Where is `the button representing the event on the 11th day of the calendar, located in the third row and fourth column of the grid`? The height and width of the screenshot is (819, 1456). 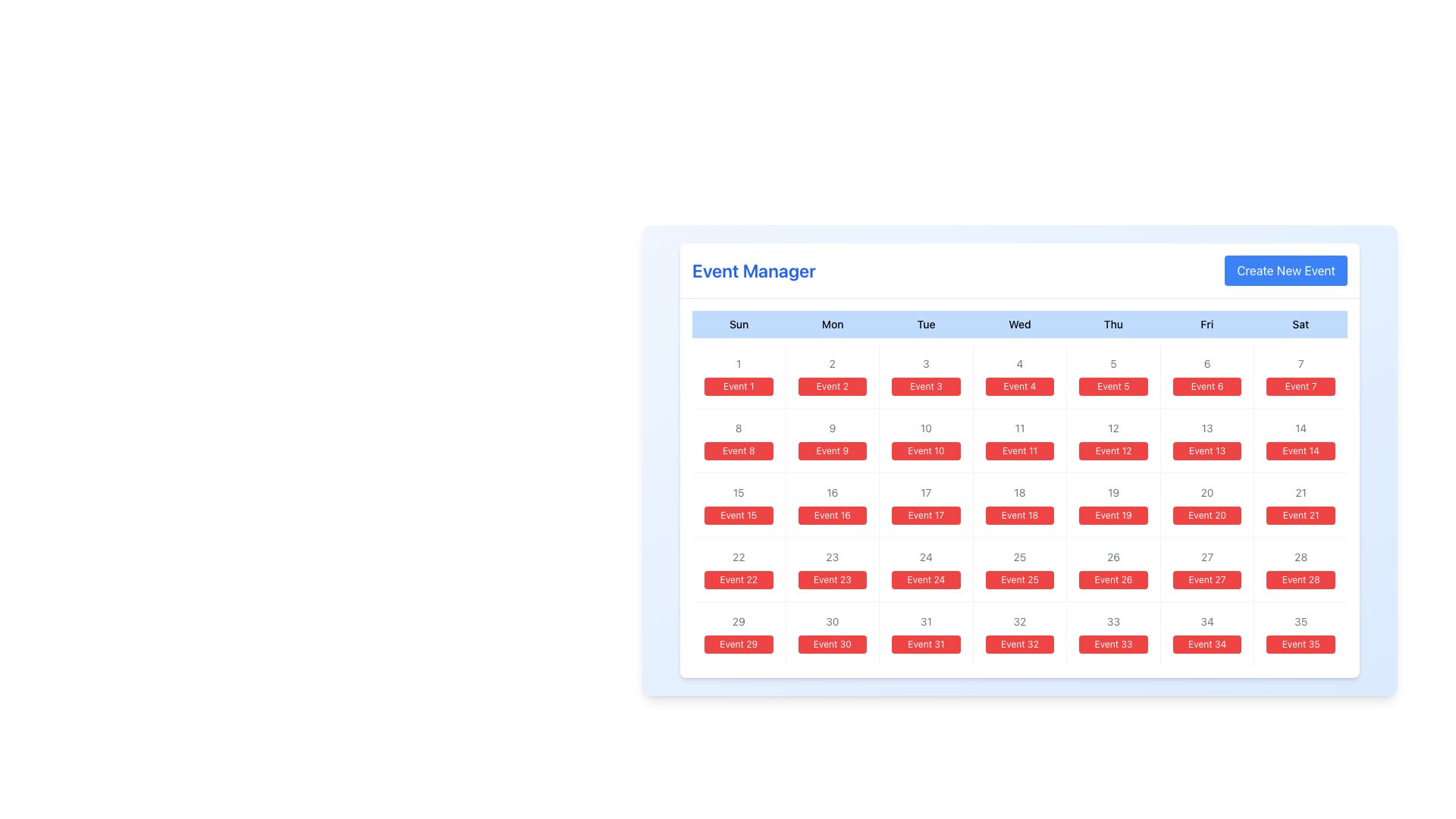 the button representing the event on the 11th day of the calendar, located in the third row and fourth column of the grid is located at coordinates (1019, 441).